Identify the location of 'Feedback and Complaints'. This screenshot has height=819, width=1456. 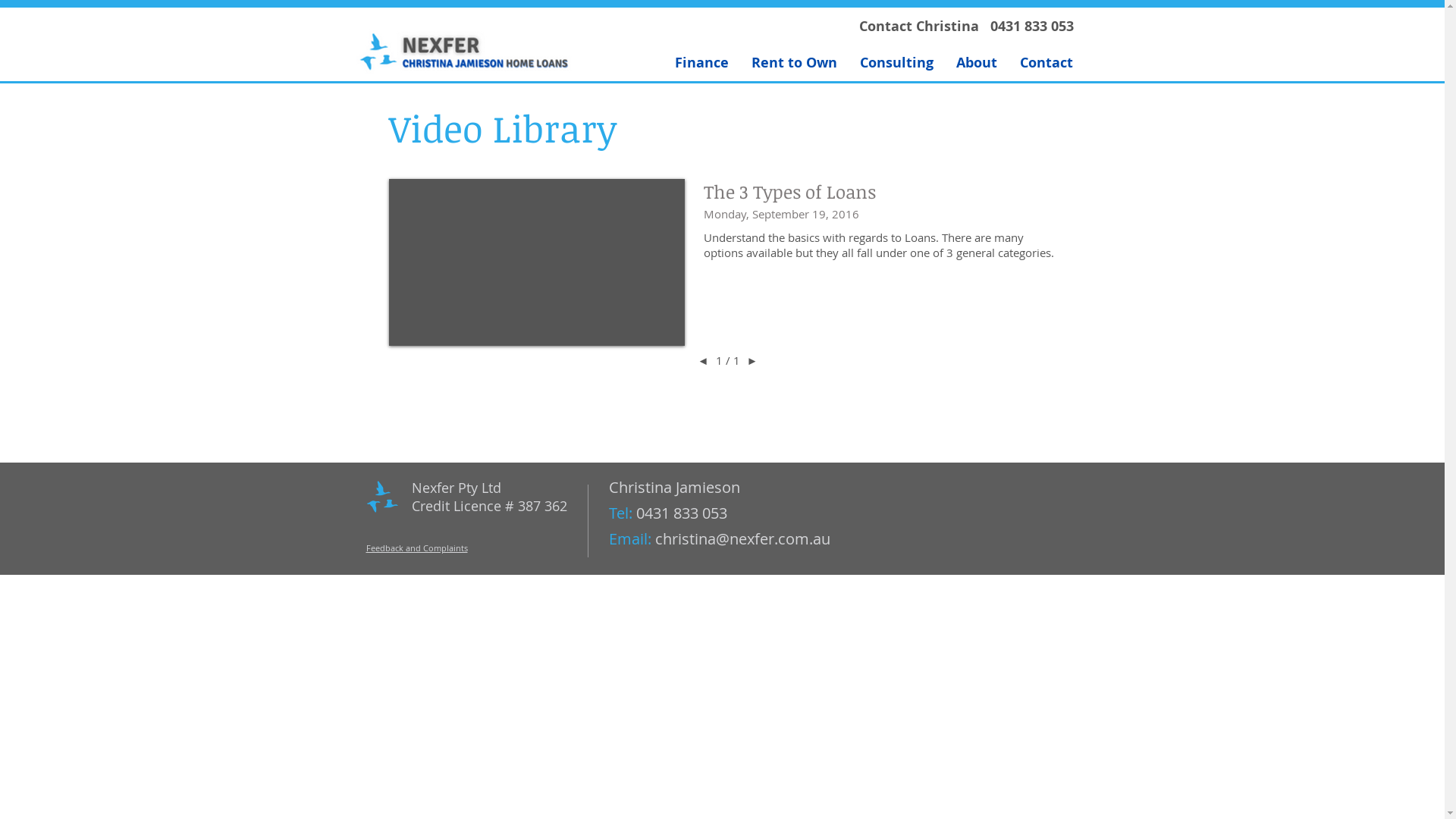
(416, 548).